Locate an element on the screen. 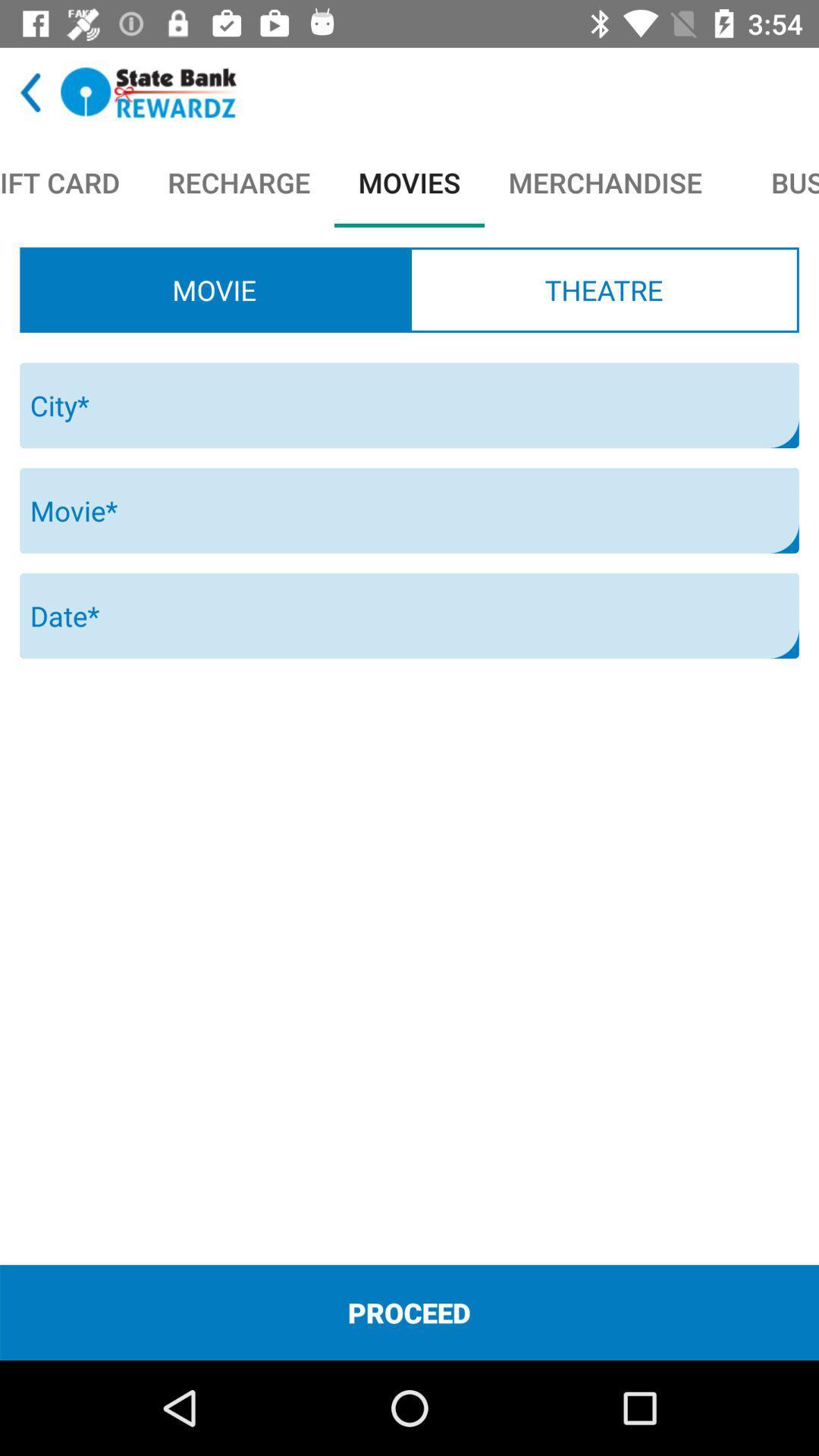 This screenshot has height=1456, width=819. item next to movie is located at coordinates (603, 290).